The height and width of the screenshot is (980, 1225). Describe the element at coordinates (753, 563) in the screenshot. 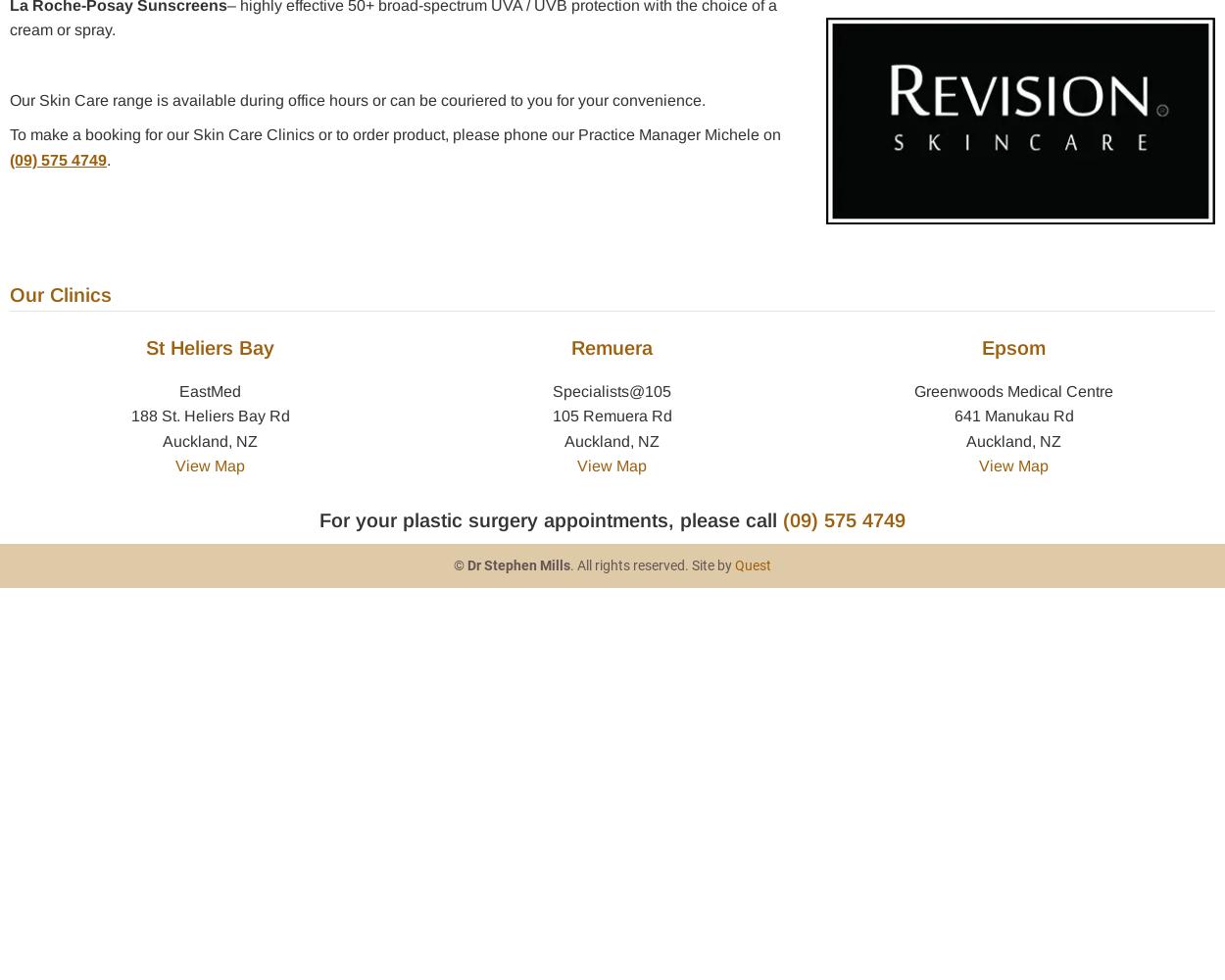

I see `'Quest'` at that location.